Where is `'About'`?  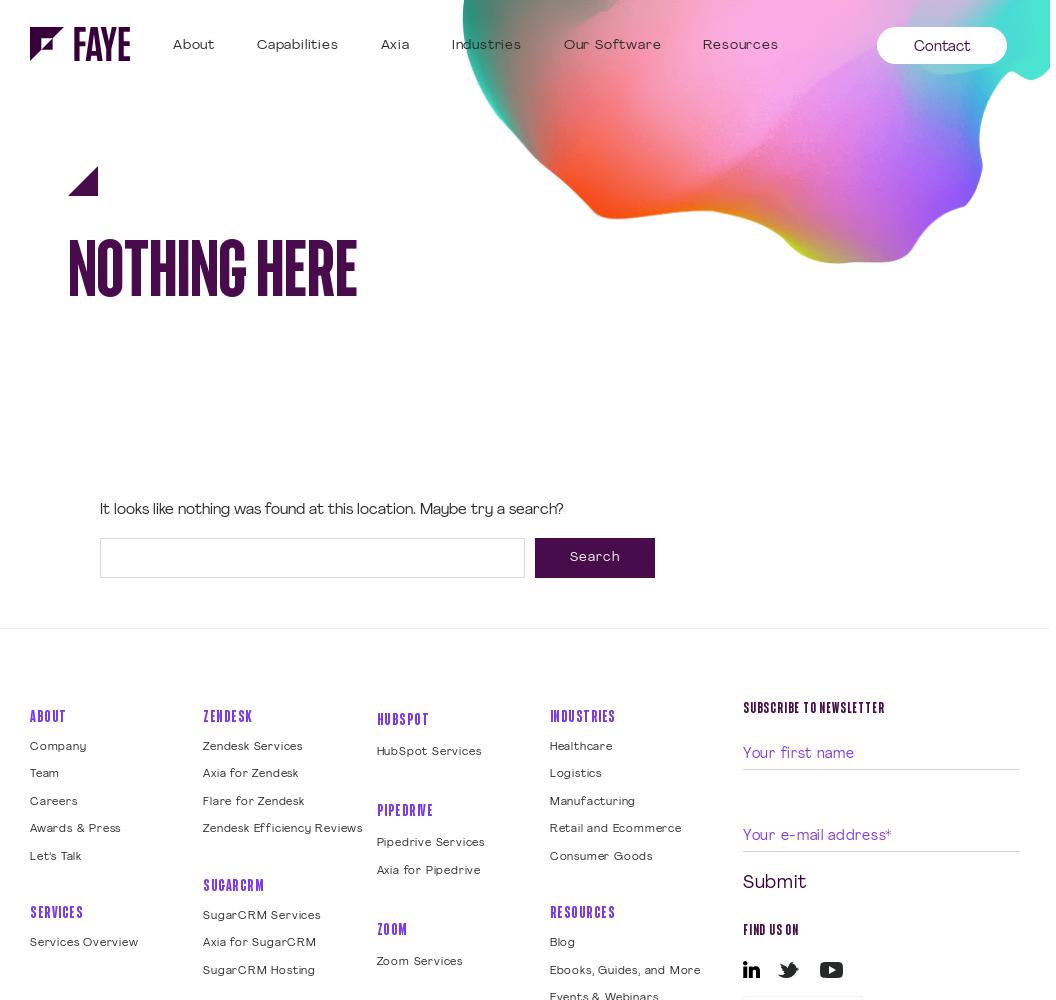 'About' is located at coordinates (48, 714).